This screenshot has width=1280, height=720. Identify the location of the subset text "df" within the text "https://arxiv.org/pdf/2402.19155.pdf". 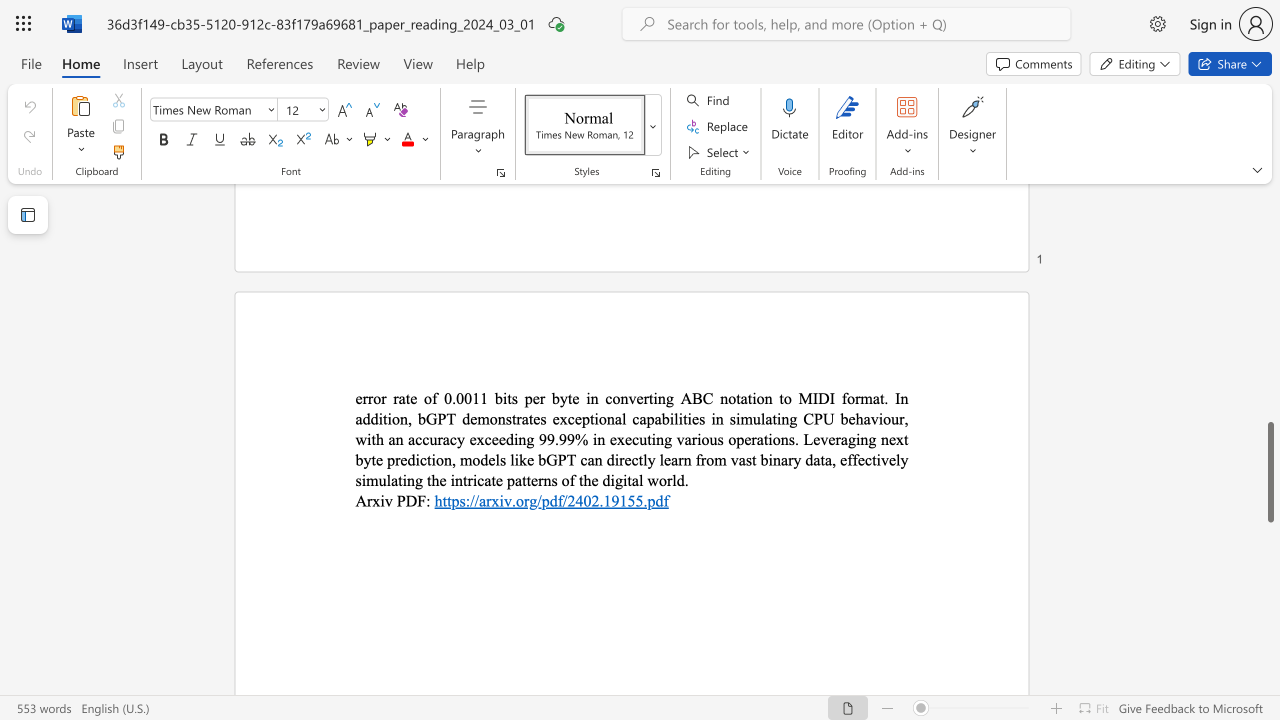
(655, 500).